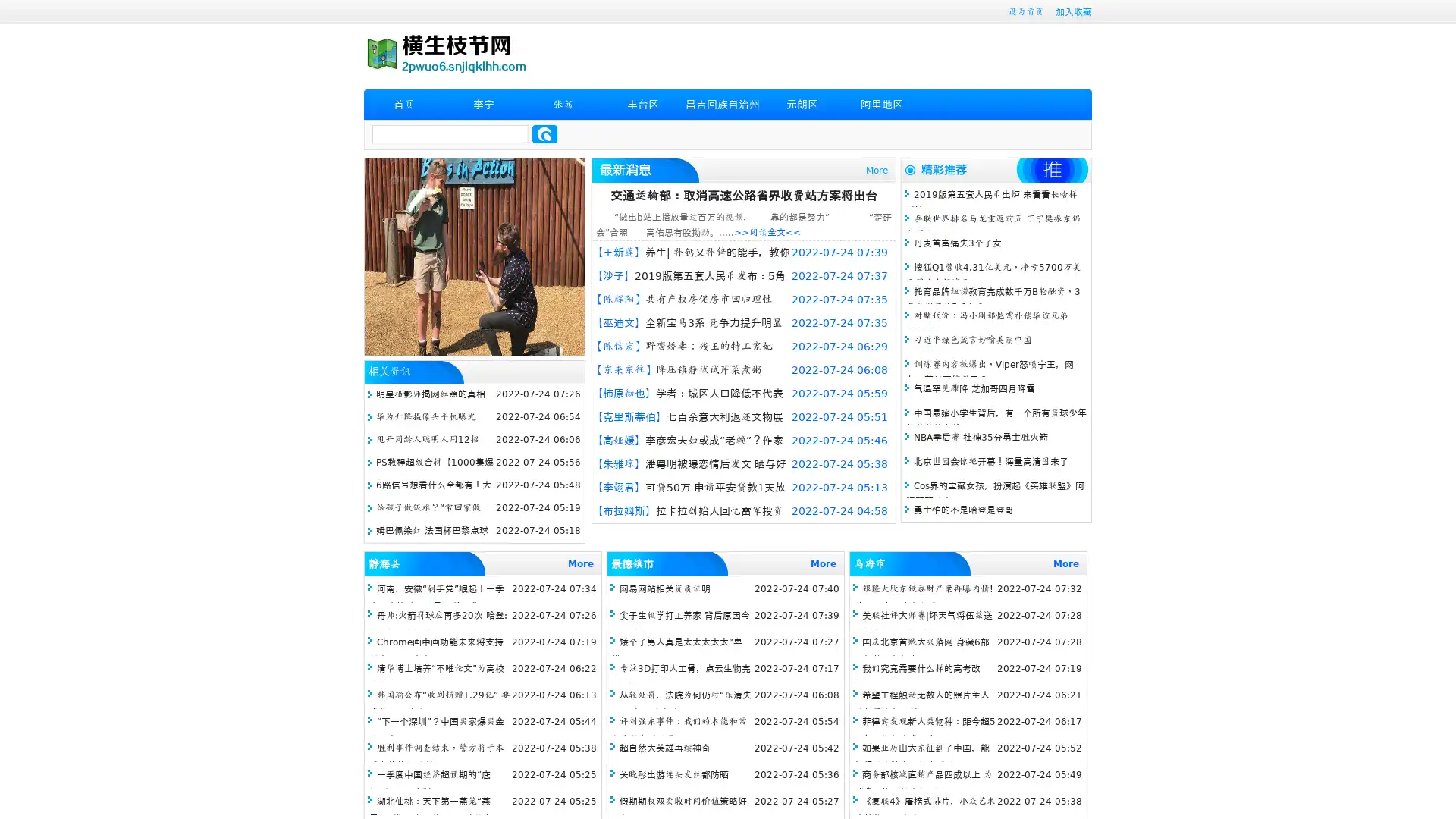 This screenshot has width=1456, height=819. Describe the element at coordinates (544, 133) in the screenshot. I see `Search` at that location.